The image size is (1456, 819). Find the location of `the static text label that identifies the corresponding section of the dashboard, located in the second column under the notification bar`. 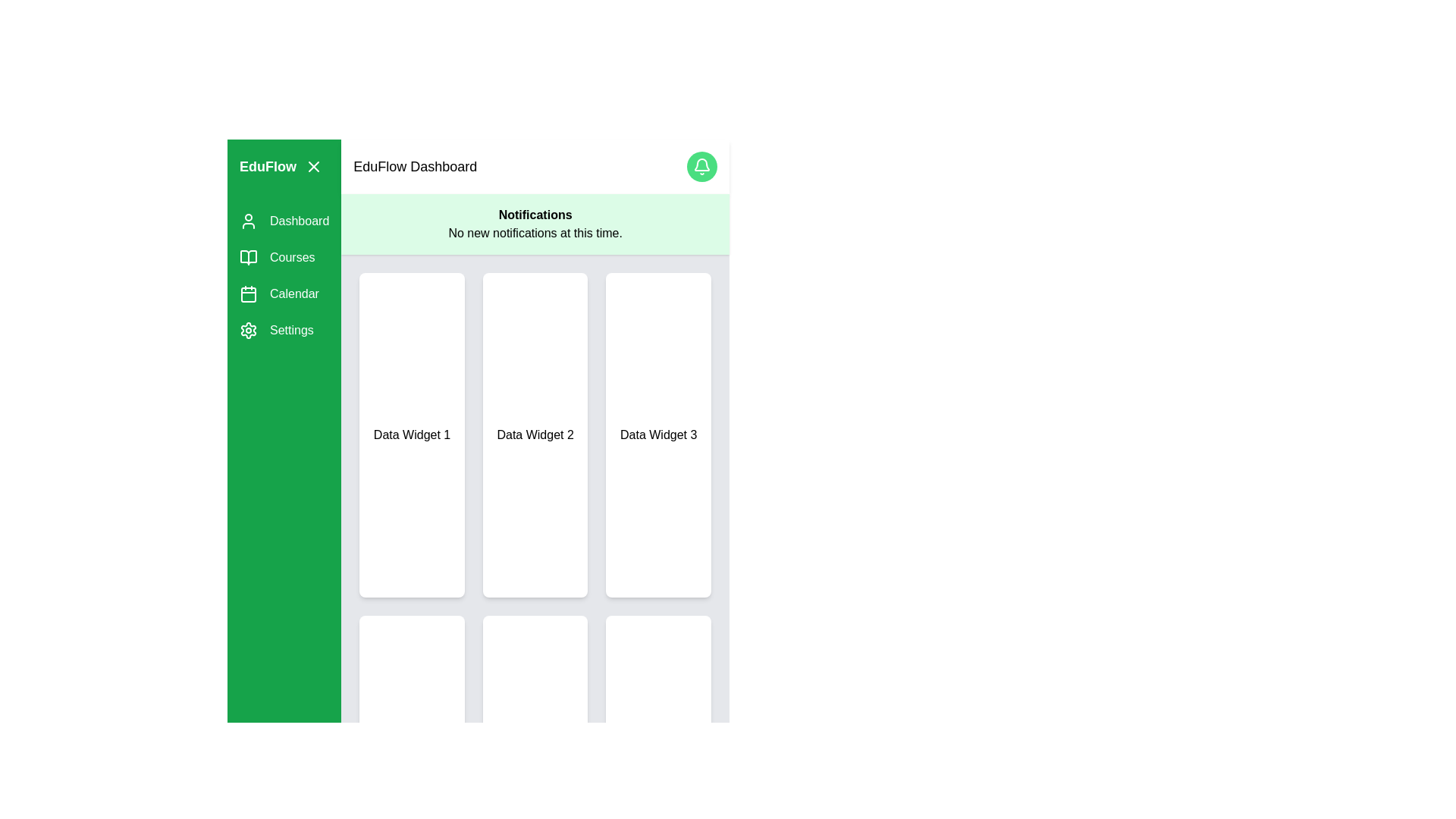

the static text label that identifies the corresponding section of the dashboard, located in the second column under the notification bar is located at coordinates (535, 435).